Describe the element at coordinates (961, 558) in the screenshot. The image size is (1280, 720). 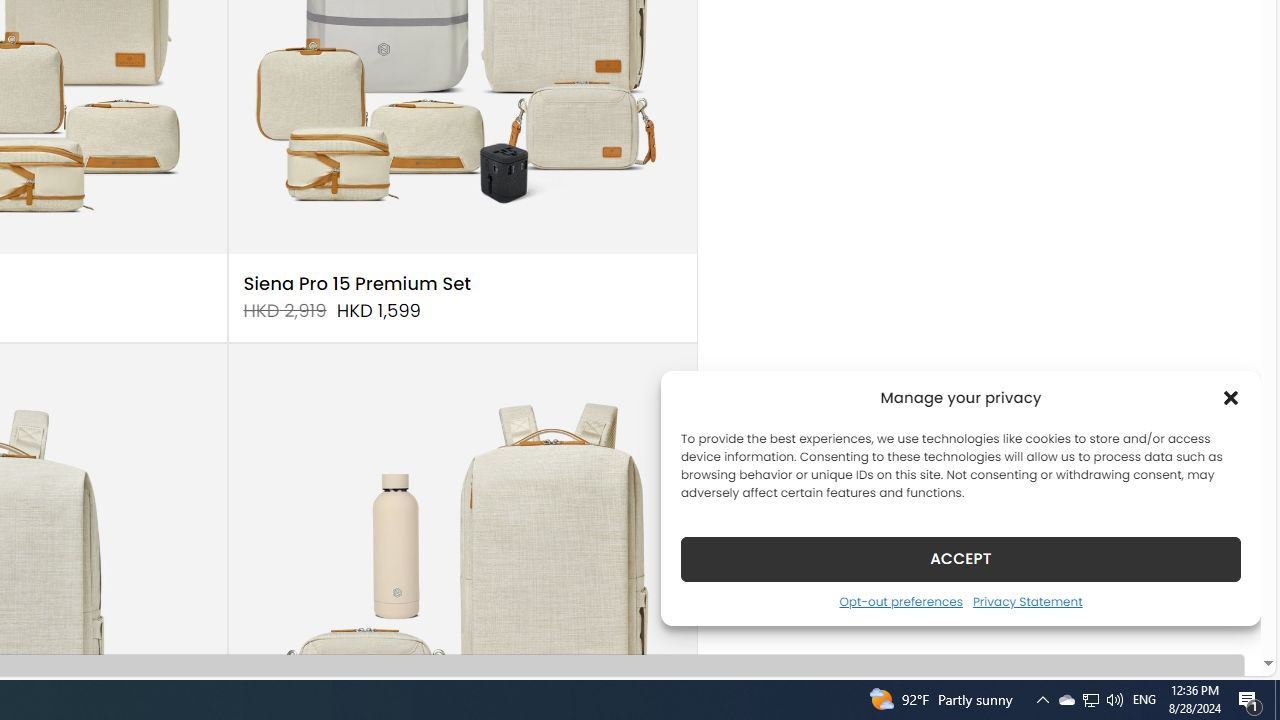
I see `'ACCEPT'` at that location.